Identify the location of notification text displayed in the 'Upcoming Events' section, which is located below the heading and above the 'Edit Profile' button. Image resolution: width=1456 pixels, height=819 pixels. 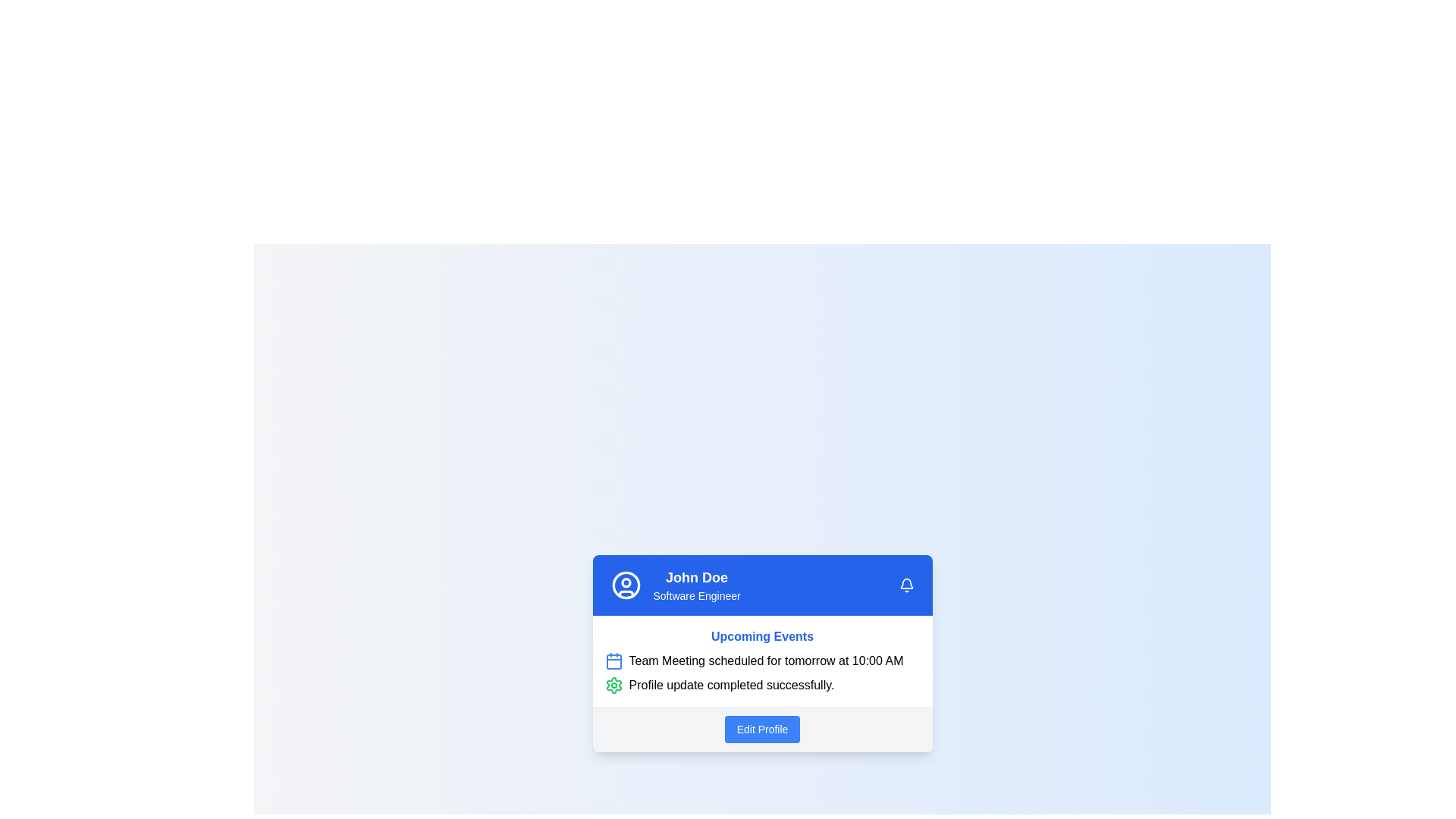
(762, 672).